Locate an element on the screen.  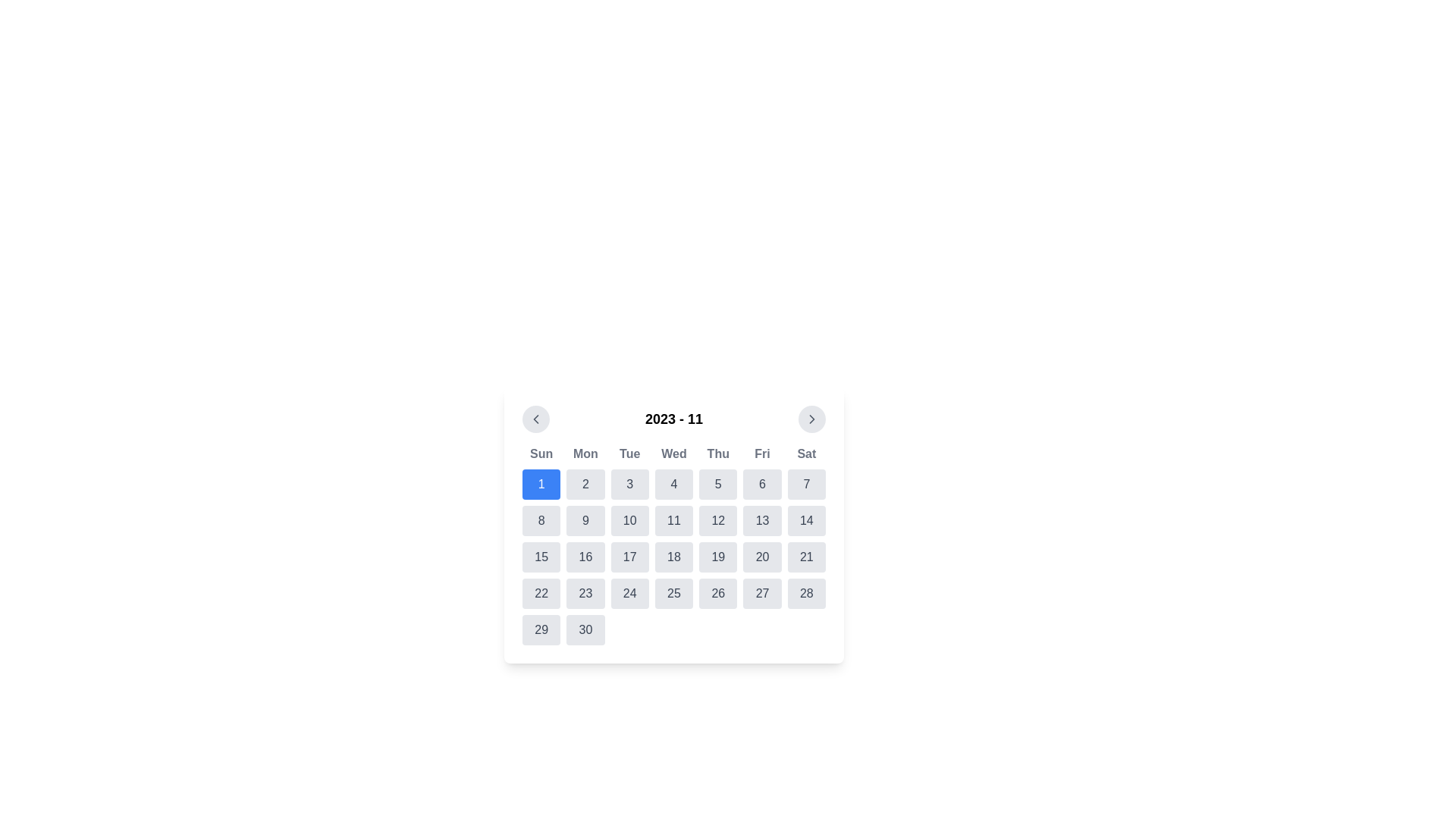
the navigational button located on the left side of the header showing the date '2023 - 11' is located at coordinates (535, 419).